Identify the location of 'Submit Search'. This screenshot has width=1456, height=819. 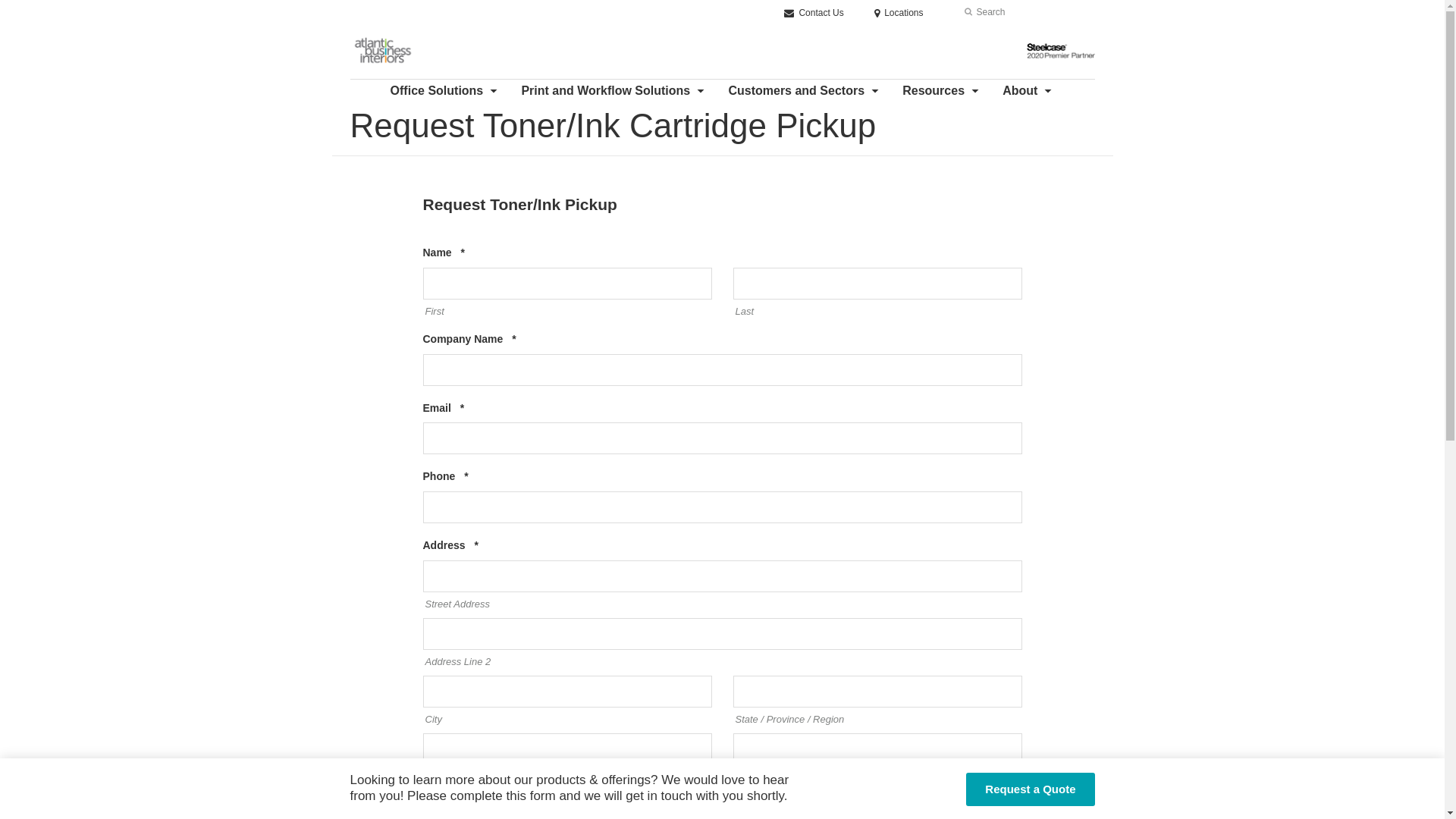
(967, 11).